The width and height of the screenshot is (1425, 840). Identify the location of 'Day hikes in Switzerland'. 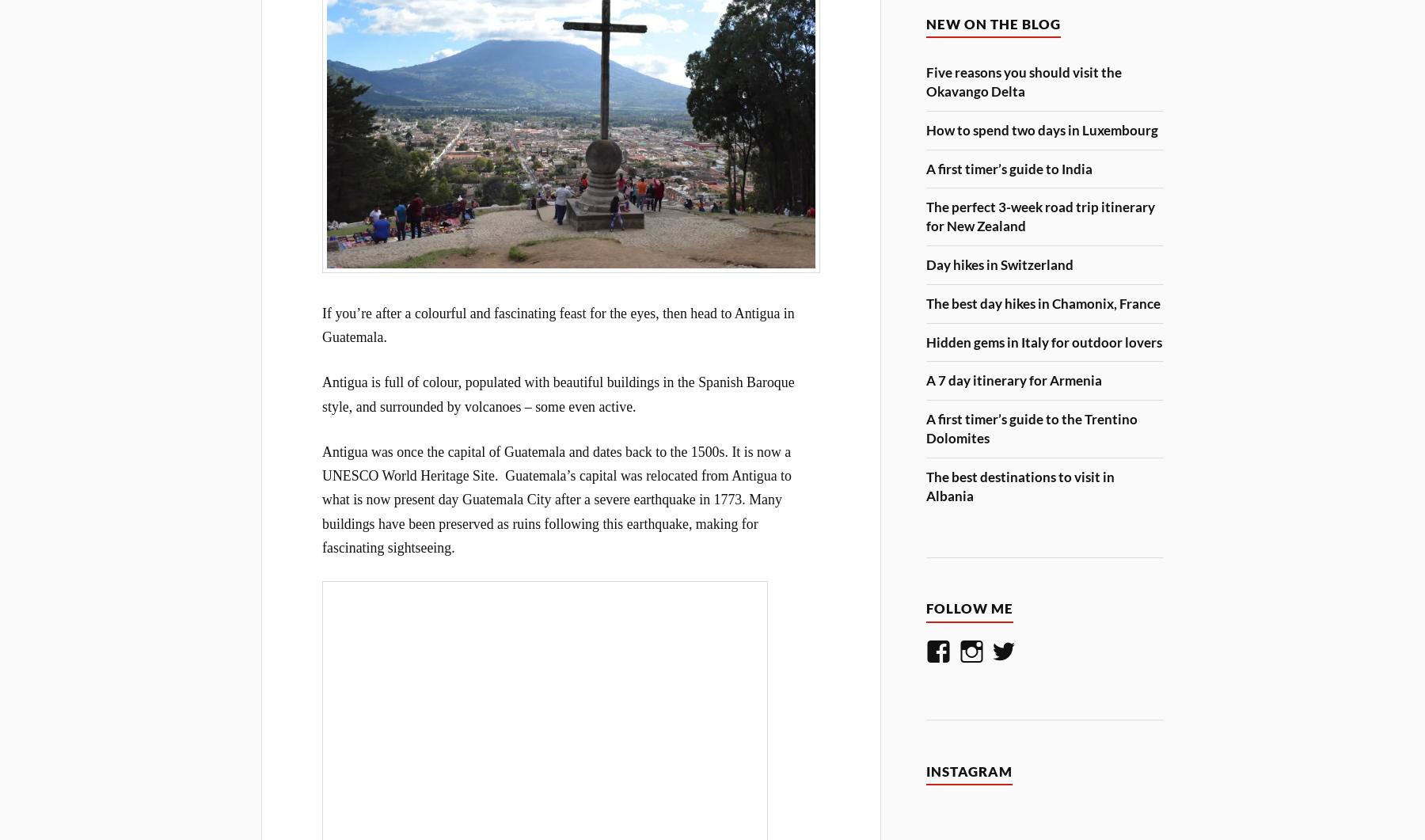
(1000, 263).